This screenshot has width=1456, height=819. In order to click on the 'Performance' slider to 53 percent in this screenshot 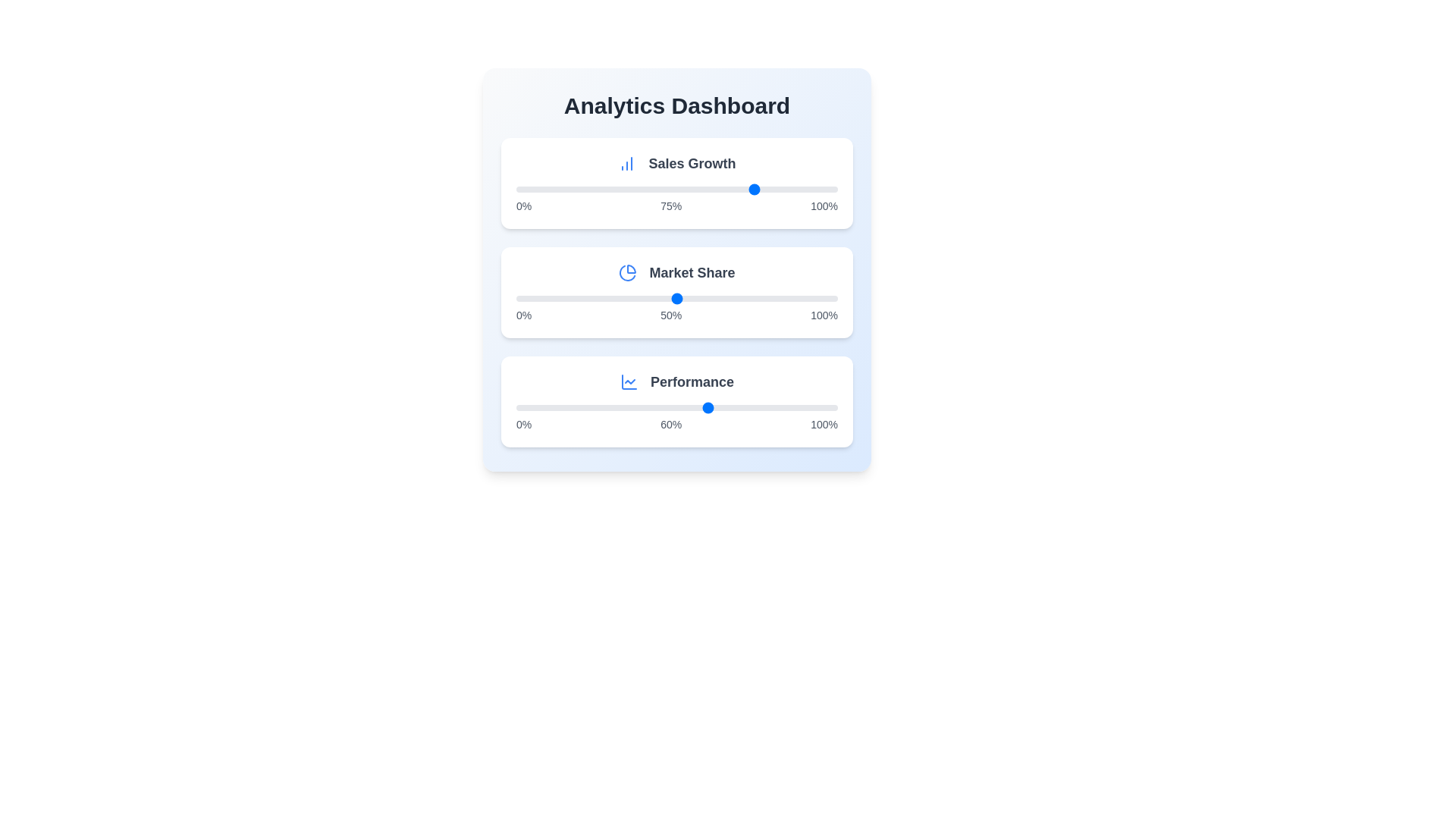, I will do `click(686, 406)`.